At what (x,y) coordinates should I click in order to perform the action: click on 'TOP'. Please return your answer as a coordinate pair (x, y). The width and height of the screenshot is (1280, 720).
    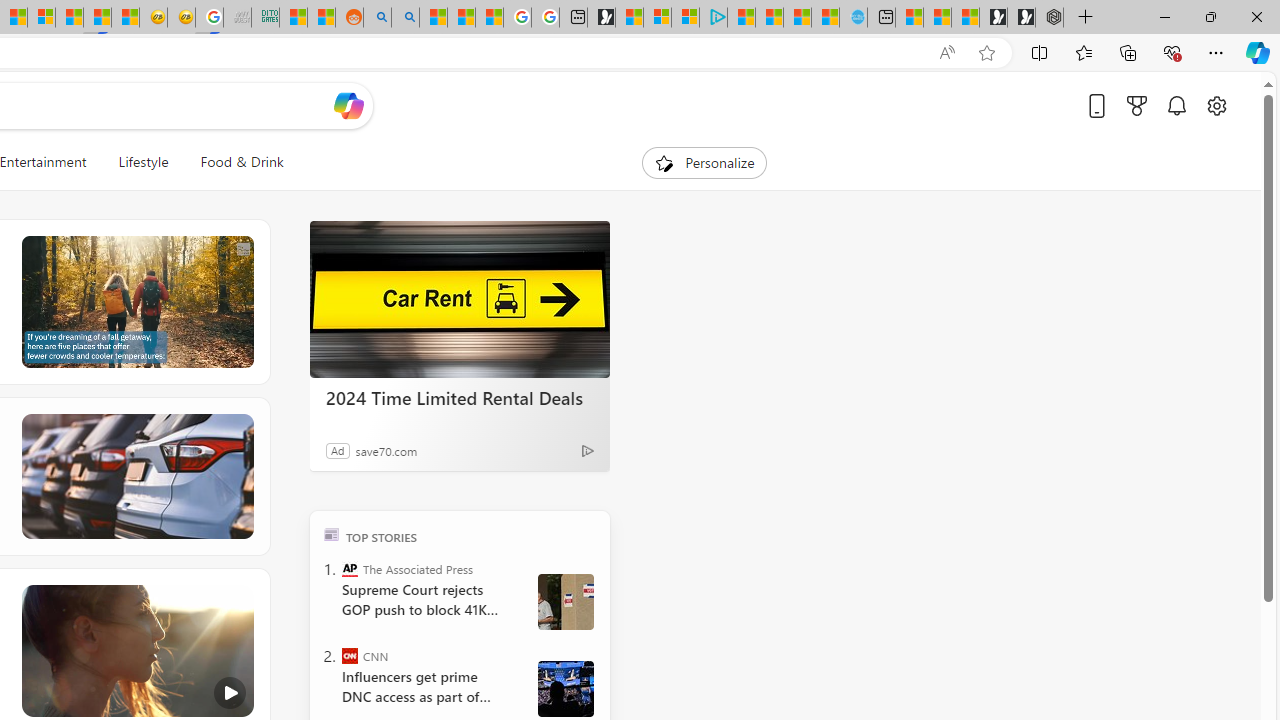
    Looking at the image, I should click on (332, 533).